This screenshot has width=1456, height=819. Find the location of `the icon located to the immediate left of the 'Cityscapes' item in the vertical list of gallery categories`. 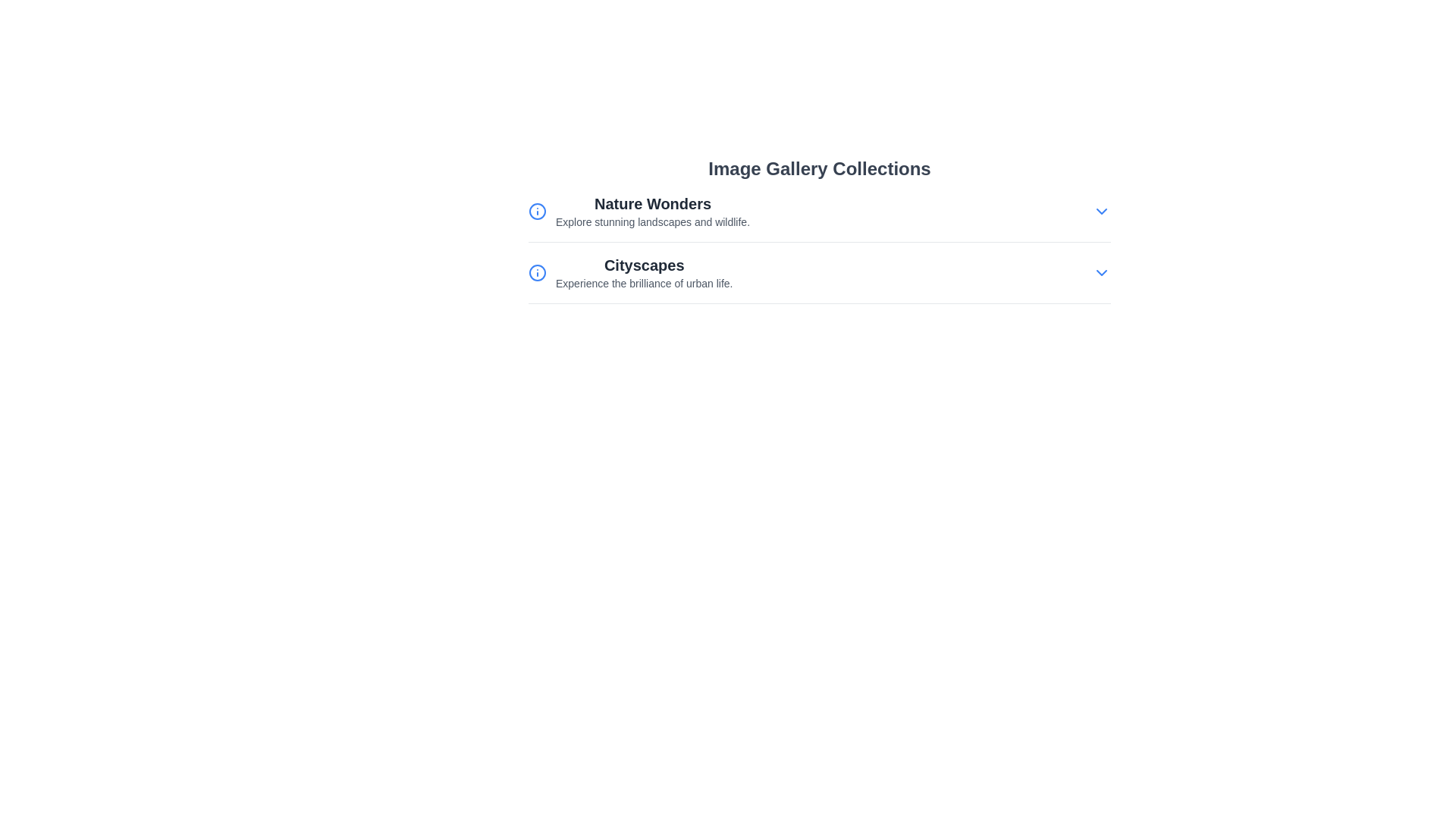

the icon located to the immediate left of the 'Cityscapes' item in the vertical list of gallery categories is located at coordinates (538, 271).